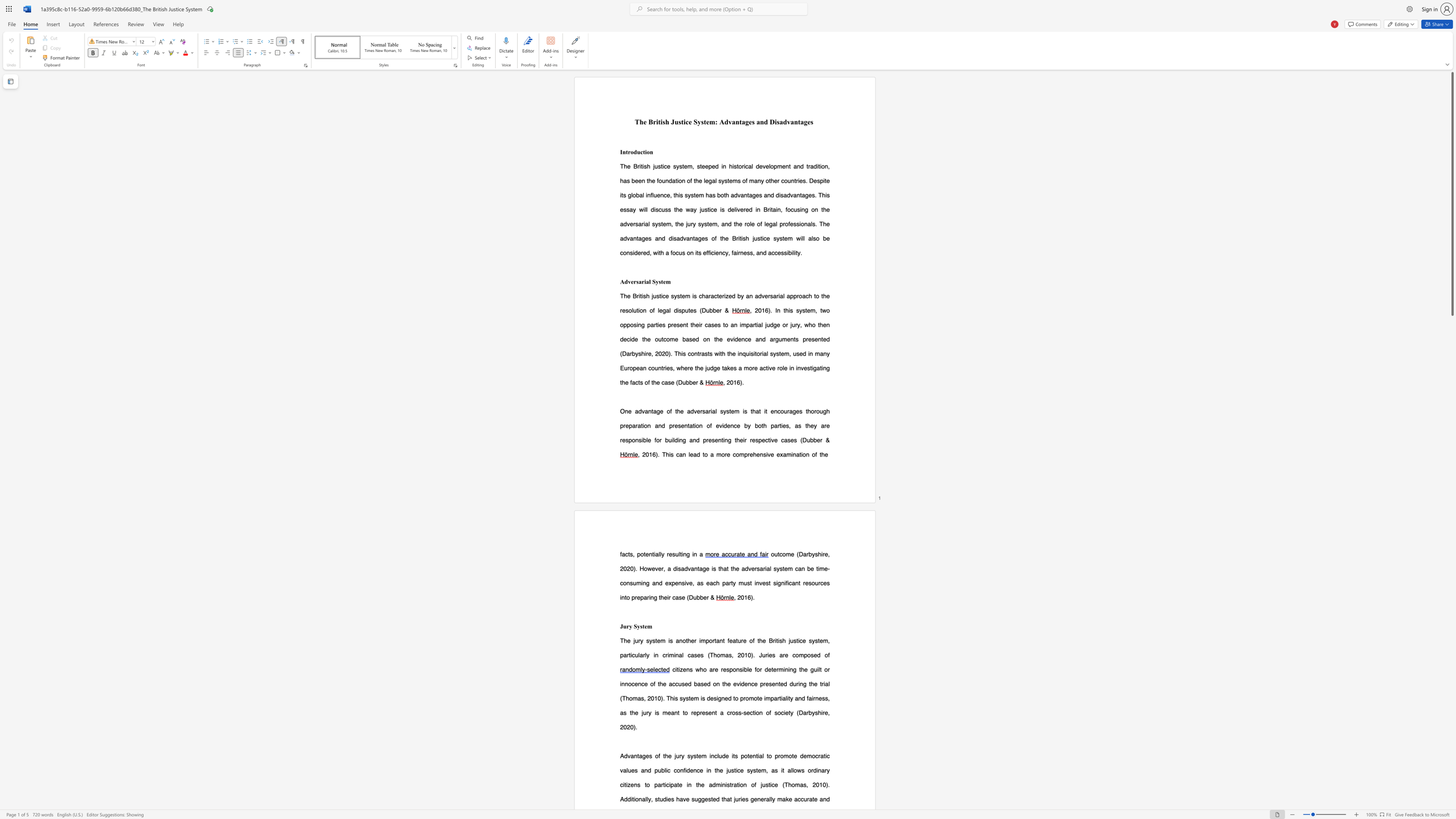 This screenshot has width=1456, height=819. What do you see at coordinates (625, 712) in the screenshot?
I see `the 12th character "s" in the text` at bounding box center [625, 712].